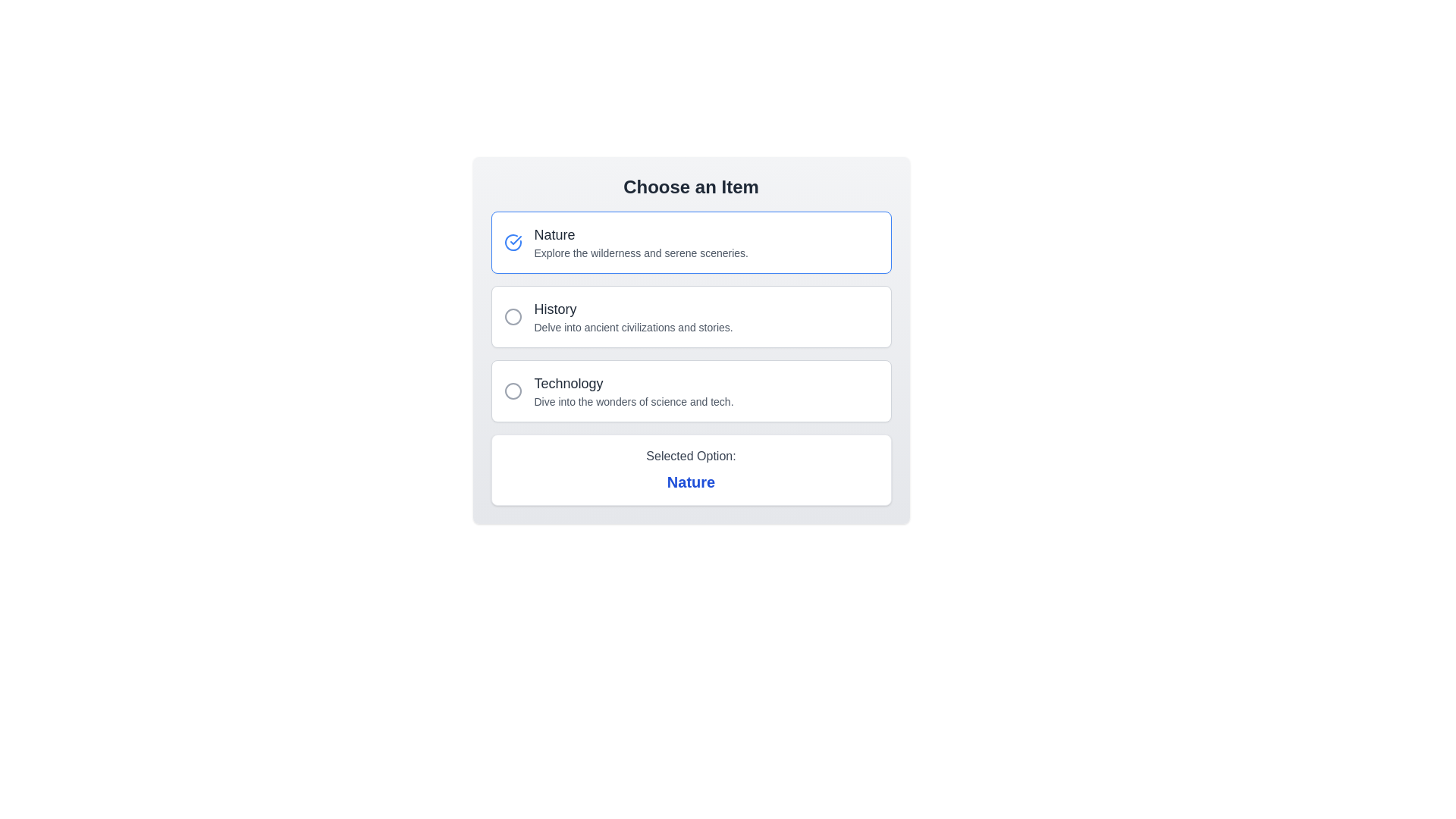 The width and height of the screenshot is (1456, 819). What do you see at coordinates (633, 400) in the screenshot?
I see `the text label displaying 'Dive into the wonders of science and tech.' which is styled in a small, gray font and located beneath the 'Technology' option in the selectable item list` at bounding box center [633, 400].